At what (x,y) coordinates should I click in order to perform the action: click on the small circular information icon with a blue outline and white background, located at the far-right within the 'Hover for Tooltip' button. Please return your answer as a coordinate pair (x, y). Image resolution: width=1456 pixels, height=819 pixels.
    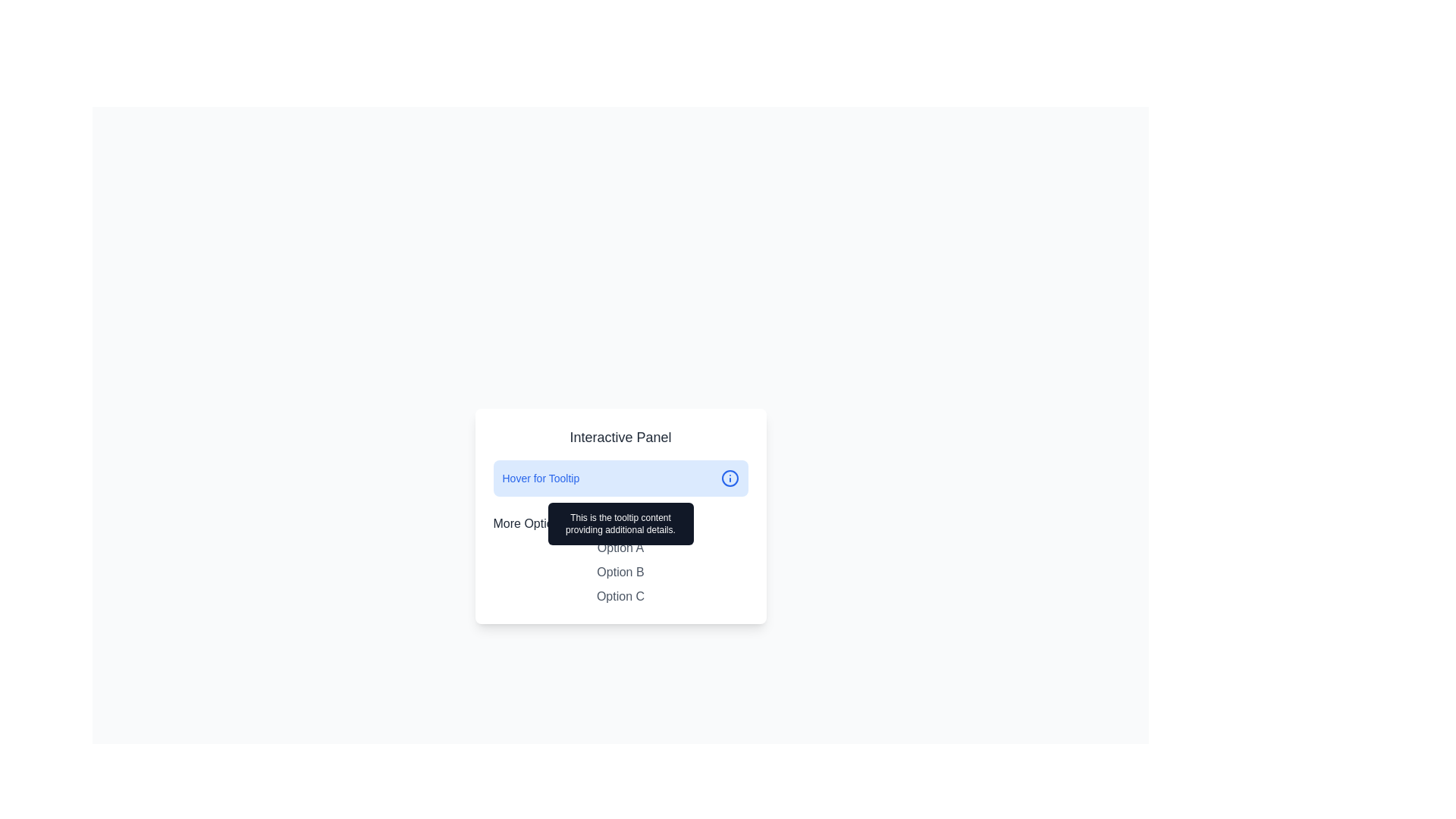
    Looking at the image, I should click on (730, 479).